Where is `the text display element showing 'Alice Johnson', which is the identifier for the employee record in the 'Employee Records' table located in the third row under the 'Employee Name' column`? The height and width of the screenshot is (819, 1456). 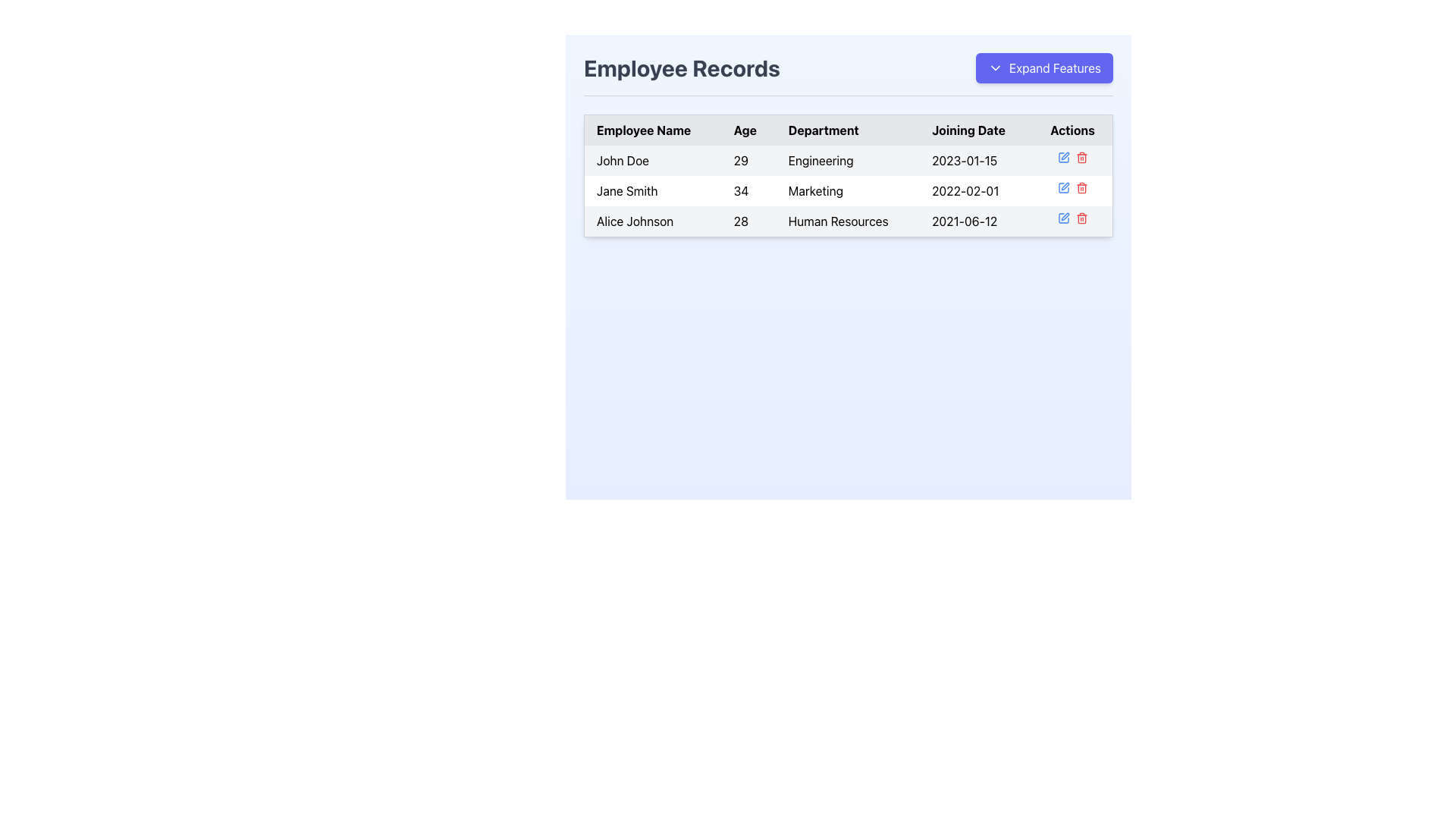
the text display element showing 'Alice Johnson', which is the identifier for the employee record in the 'Employee Records' table located in the third row under the 'Employee Name' column is located at coordinates (653, 221).